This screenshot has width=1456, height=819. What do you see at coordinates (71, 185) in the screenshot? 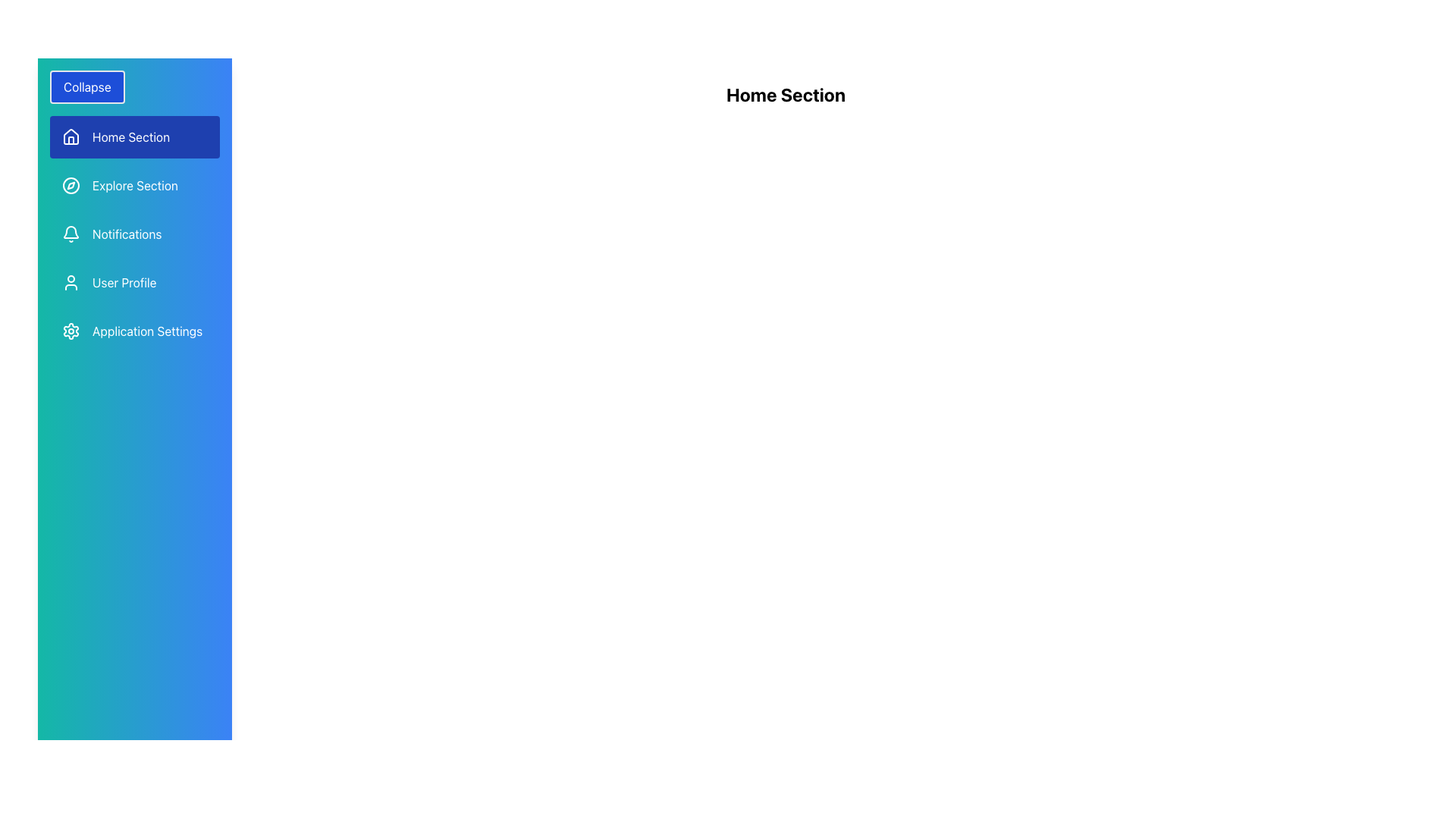
I see `circular shape of the compass icon located in the 'Explore Section' of the sidebar menu using developer tools` at bounding box center [71, 185].